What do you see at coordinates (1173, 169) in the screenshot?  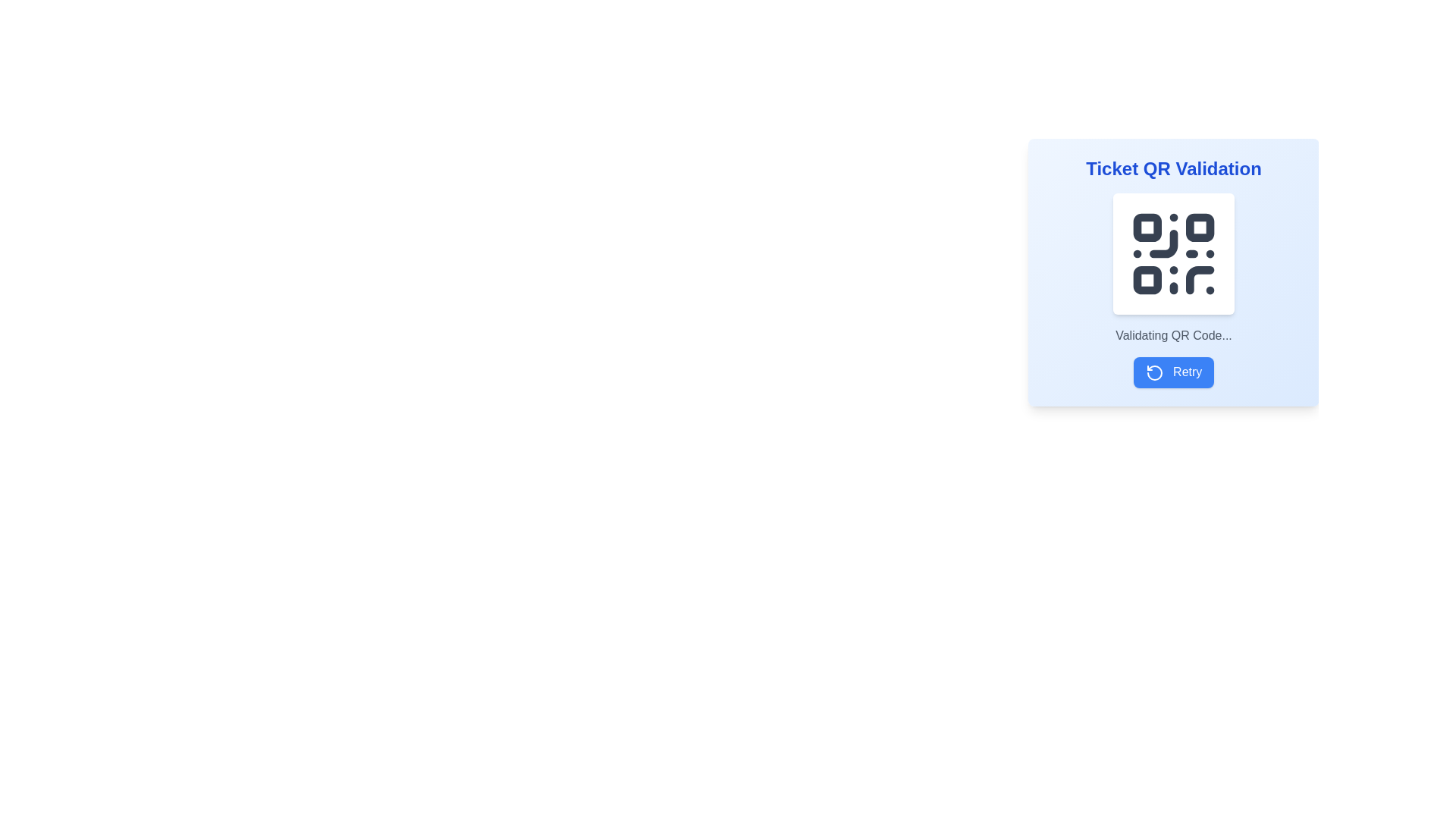 I see `the text label 'Ticket QR Validation' that is prominently displayed in blue color, styled in a bold and large font, and located at the top of a card-like component` at bounding box center [1173, 169].